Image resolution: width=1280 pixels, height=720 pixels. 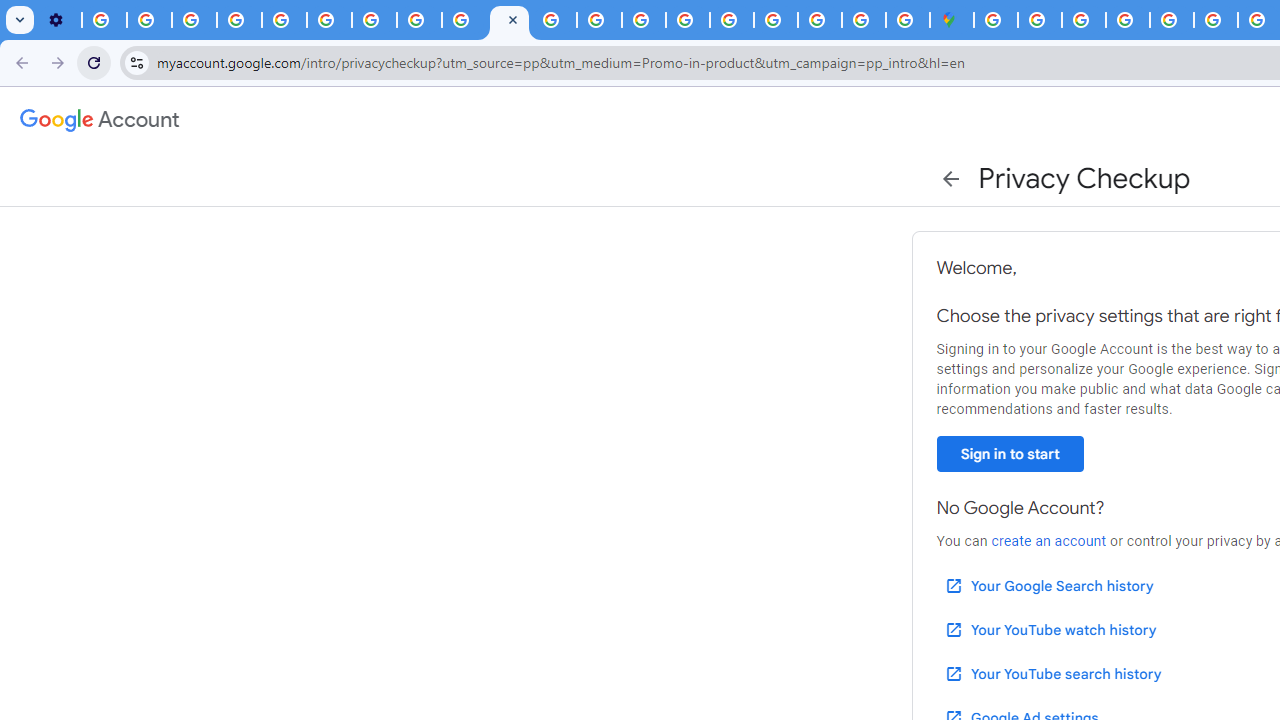 I want to click on 'Sign in - Google Accounts', so click(x=995, y=20).